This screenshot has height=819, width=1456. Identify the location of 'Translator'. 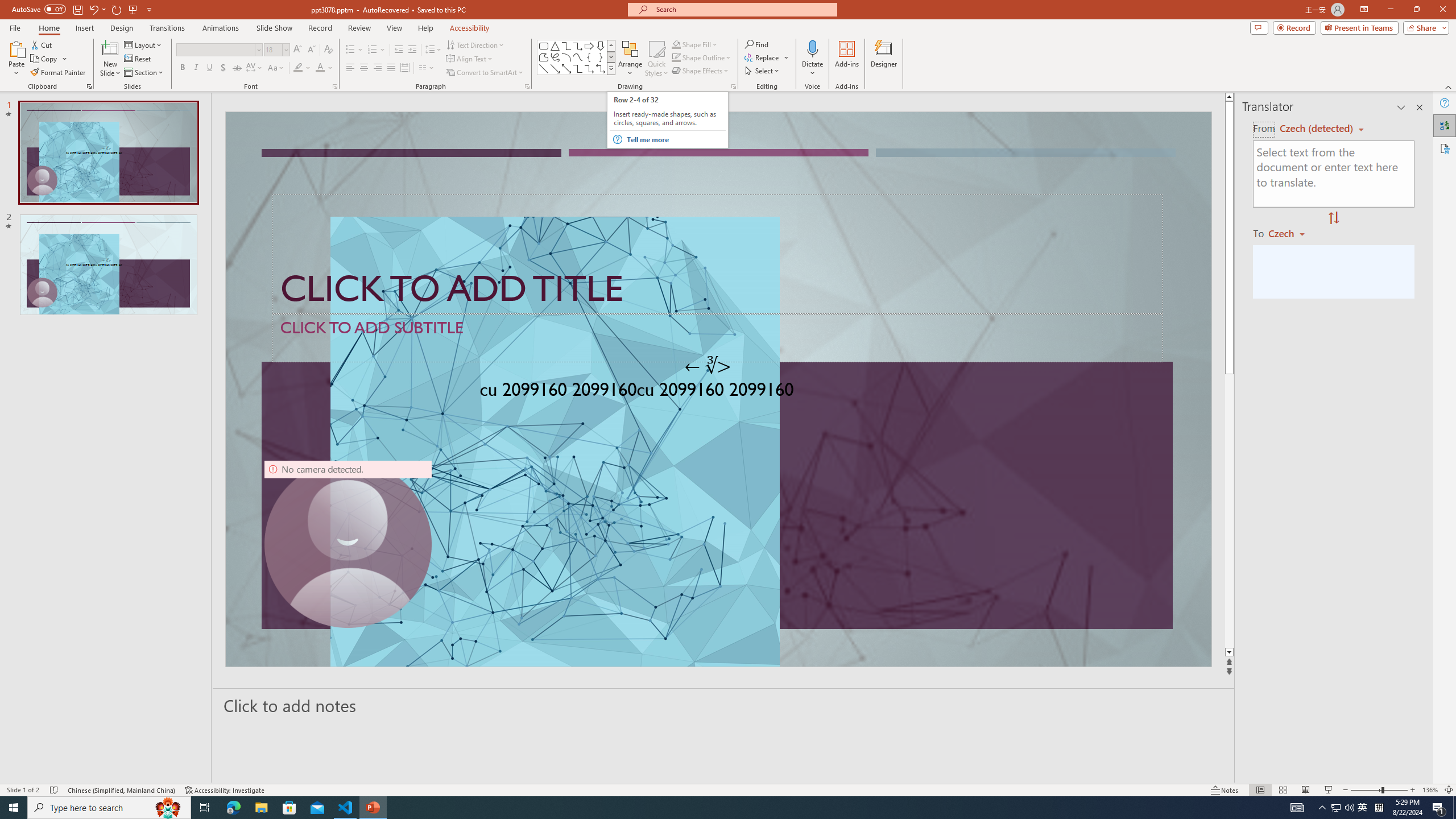
(1444, 126).